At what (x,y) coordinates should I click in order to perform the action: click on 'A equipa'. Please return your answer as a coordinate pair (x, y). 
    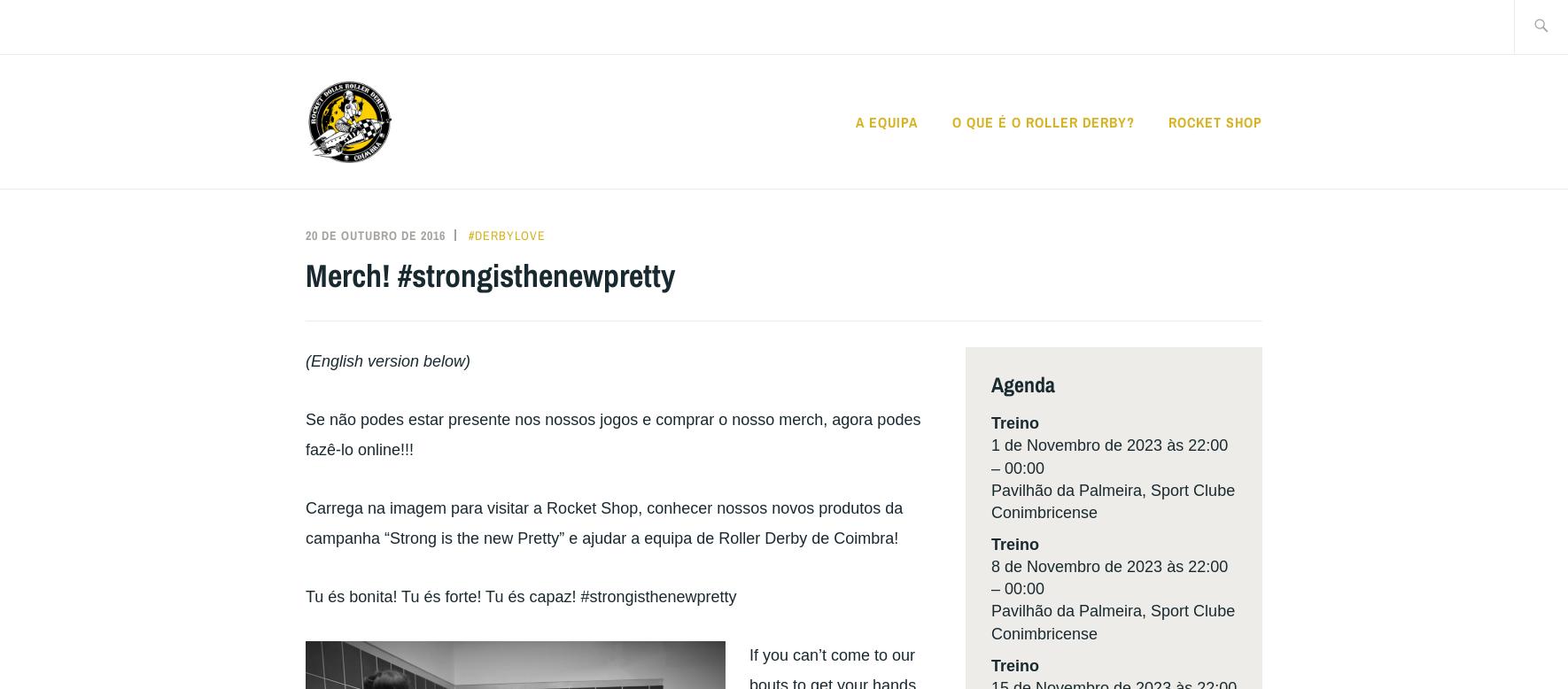
    Looking at the image, I should click on (885, 121).